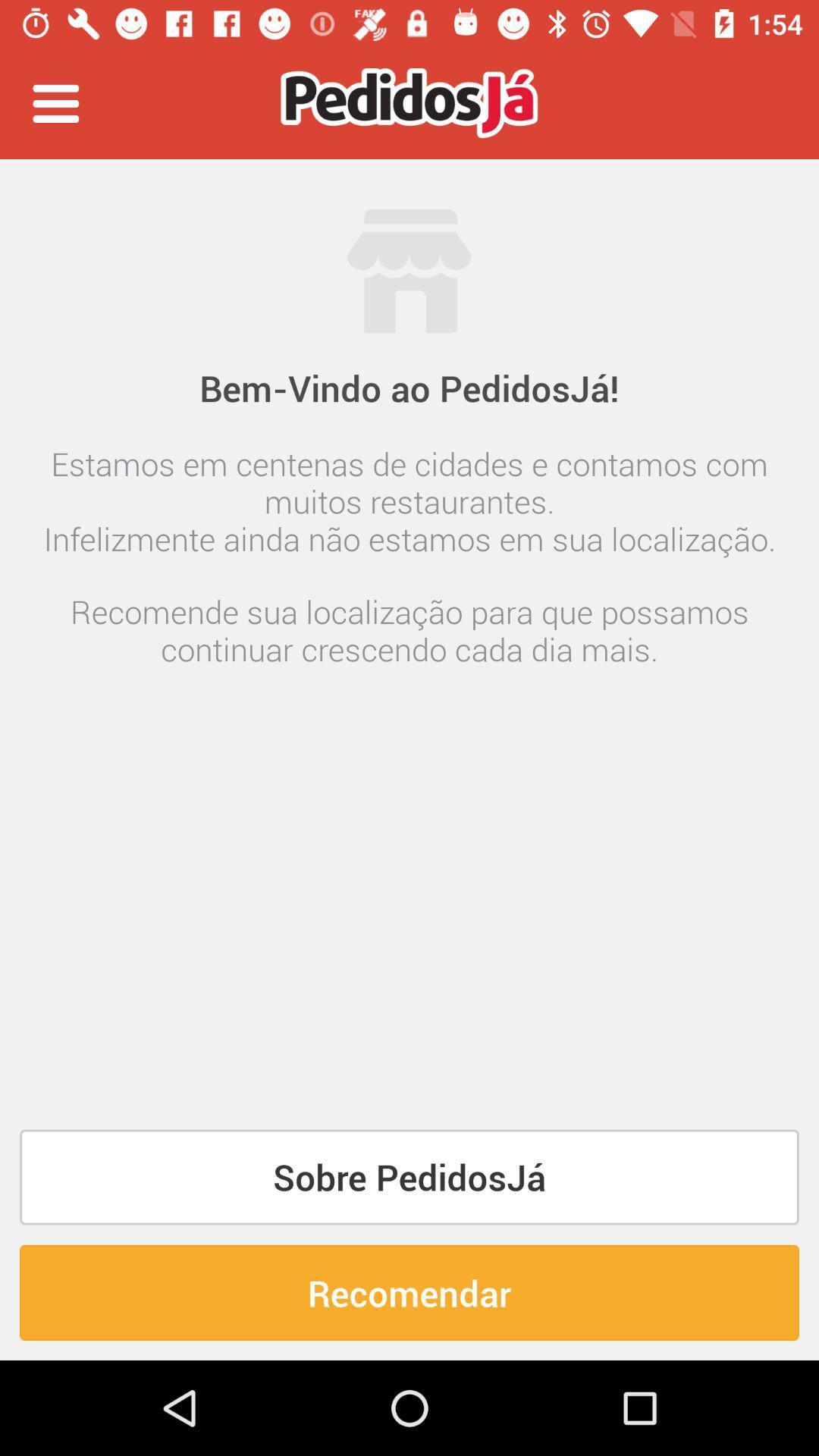 Image resolution: width=819 pixels, height=1456 pixels. What do you see at coordinates (409, 1291) in the screenshot?
I see `recomendar icon` at bounding box center [409, 1291].